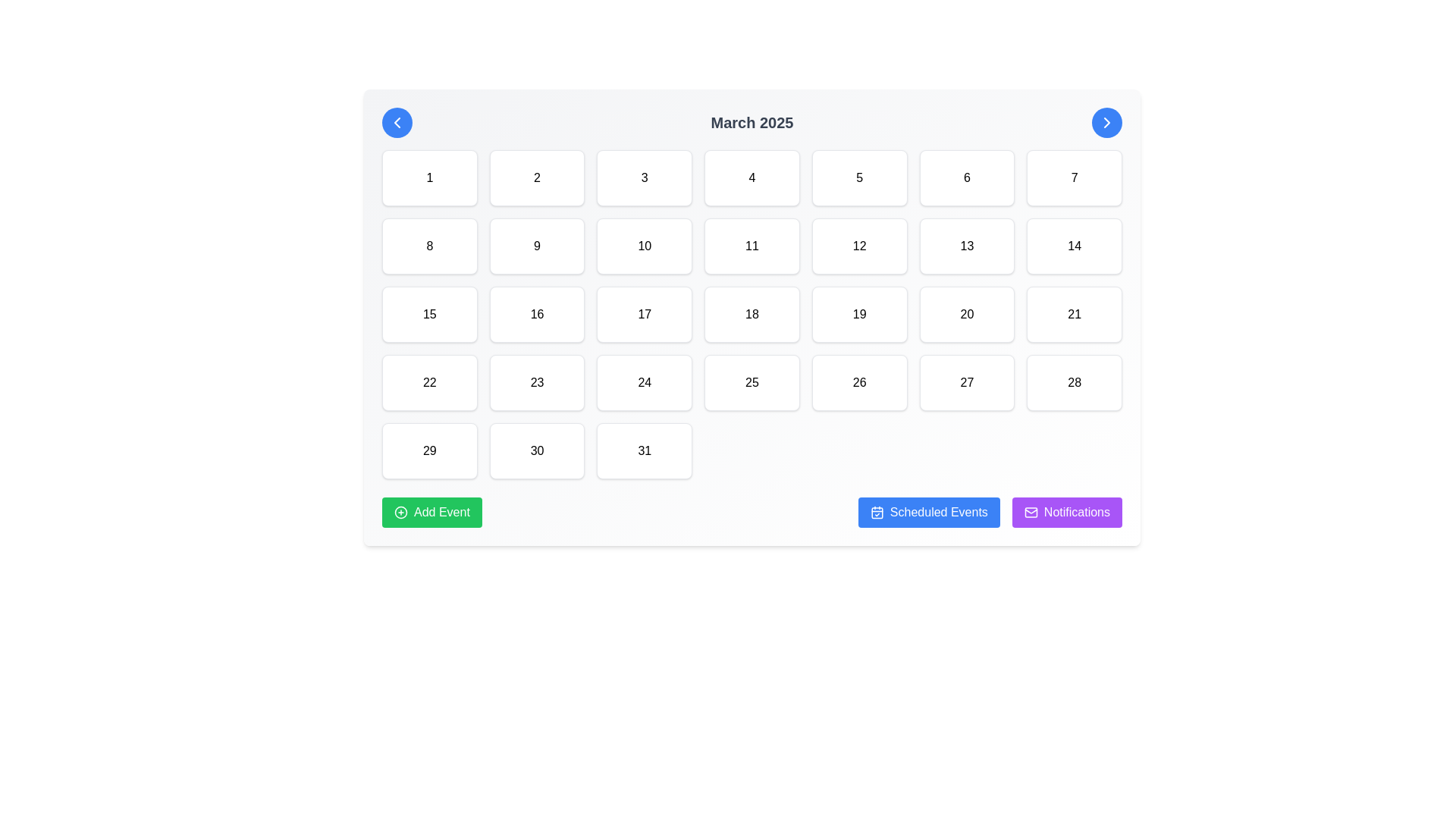 This screenshot has width=1456, height=819. I want to click on the button displaying the number '30', so click(537, 450).